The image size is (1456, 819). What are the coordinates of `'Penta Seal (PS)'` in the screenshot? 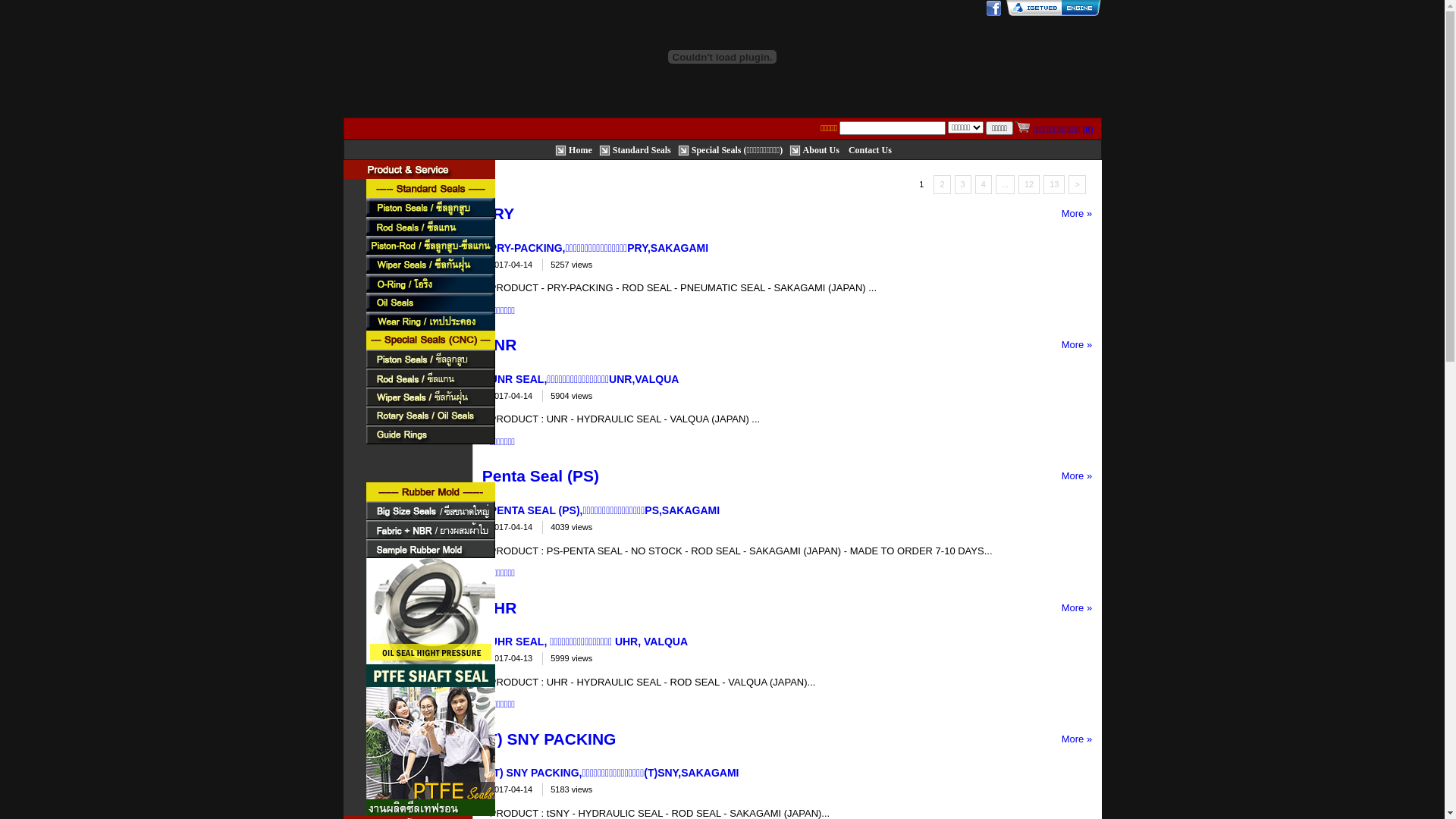 It's located at (541, 475).